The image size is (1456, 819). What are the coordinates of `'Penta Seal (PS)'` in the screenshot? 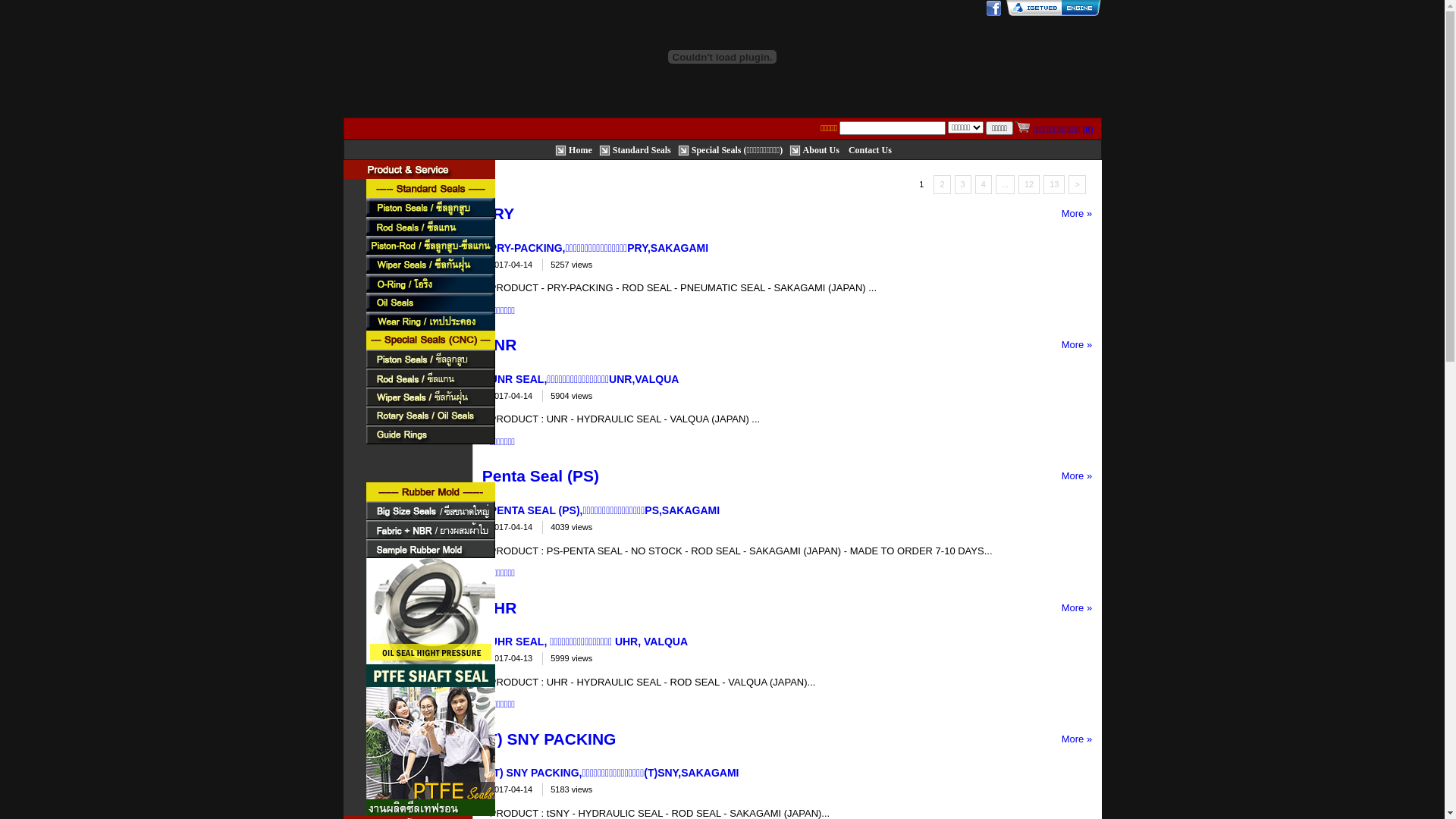 It's located at (541, 475).